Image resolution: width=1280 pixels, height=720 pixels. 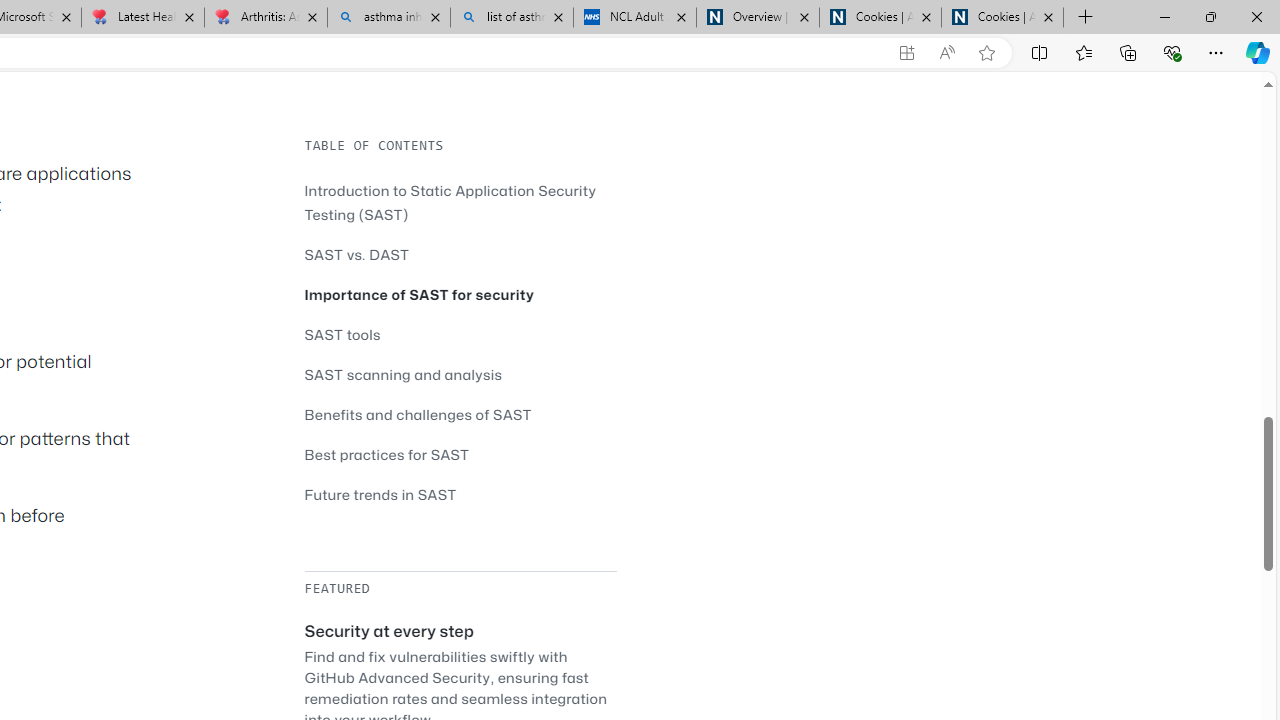 I want to click on 'Introduction to Static Application Security Testing (SAST)', so click(x=449, y=202).